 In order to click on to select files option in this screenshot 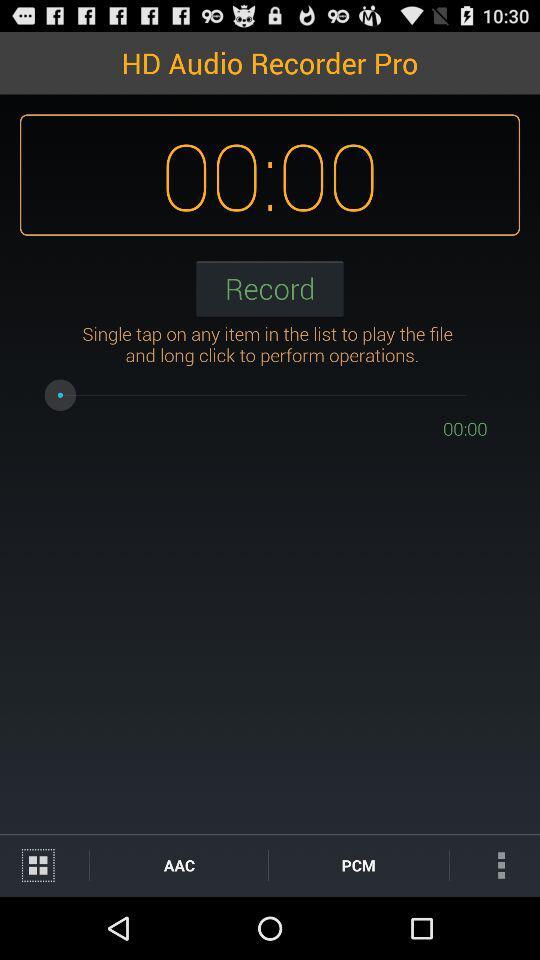, I will do `click(44, 864)`.